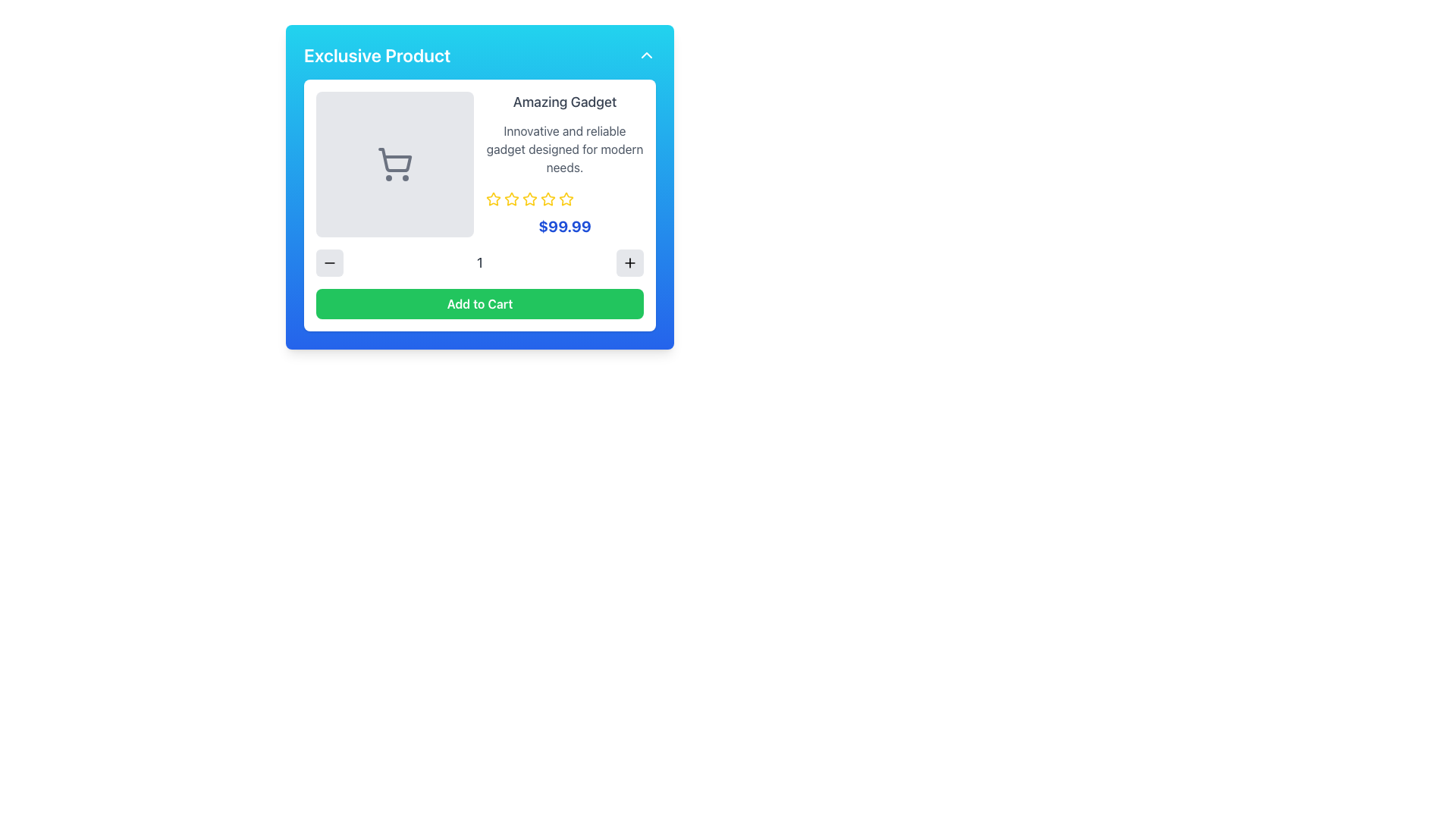 The width and height of the screenshot is (1456, 819). What do you see at coordinates (548, 198) in the screenshot?
I see `the sixth star icon, which is filled with yellow color and represents a rating feature, to interact with the rating system` at bounding box center [548, 198].